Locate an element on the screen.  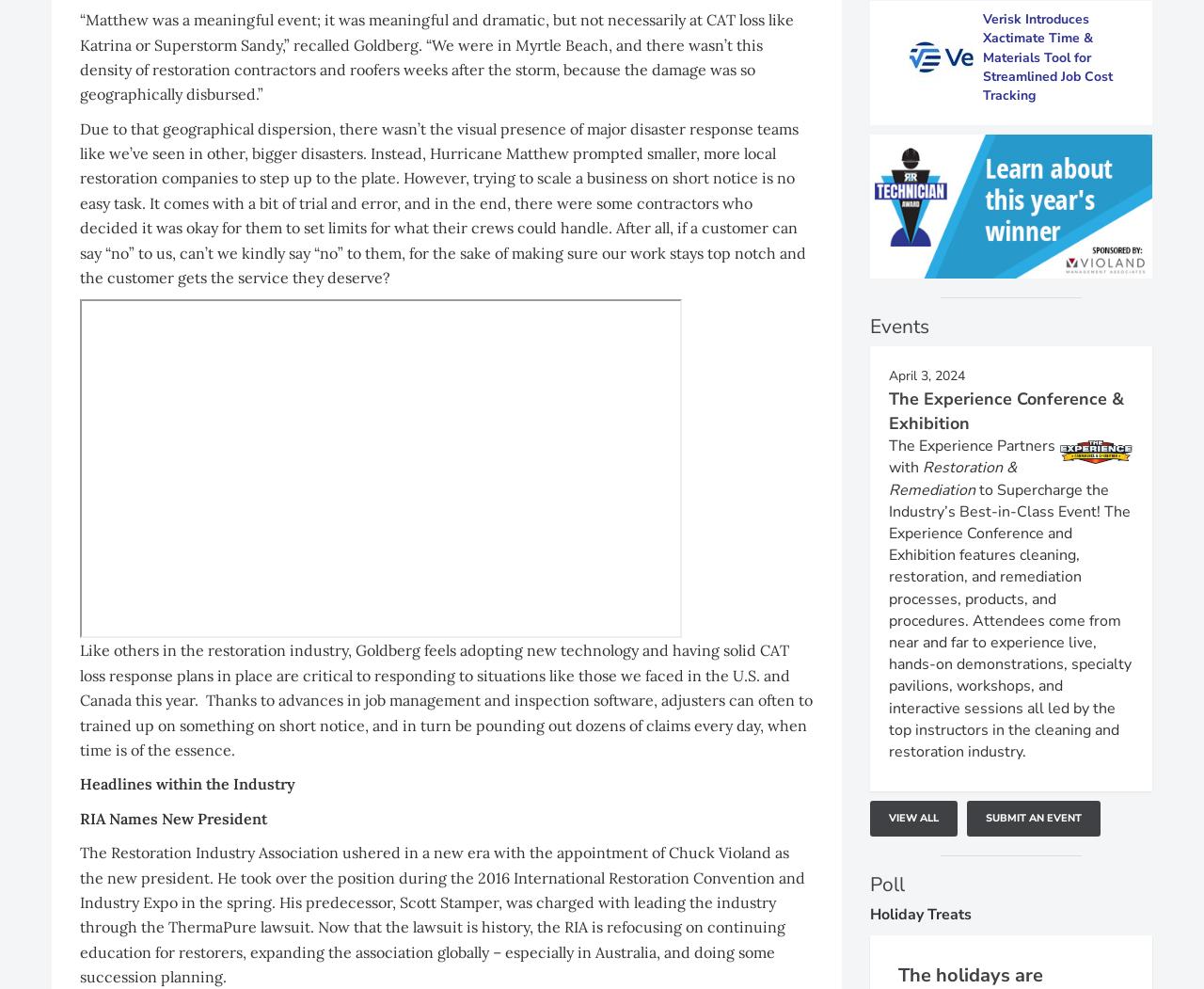
'Holiday' is located at coordinates (897, 914).